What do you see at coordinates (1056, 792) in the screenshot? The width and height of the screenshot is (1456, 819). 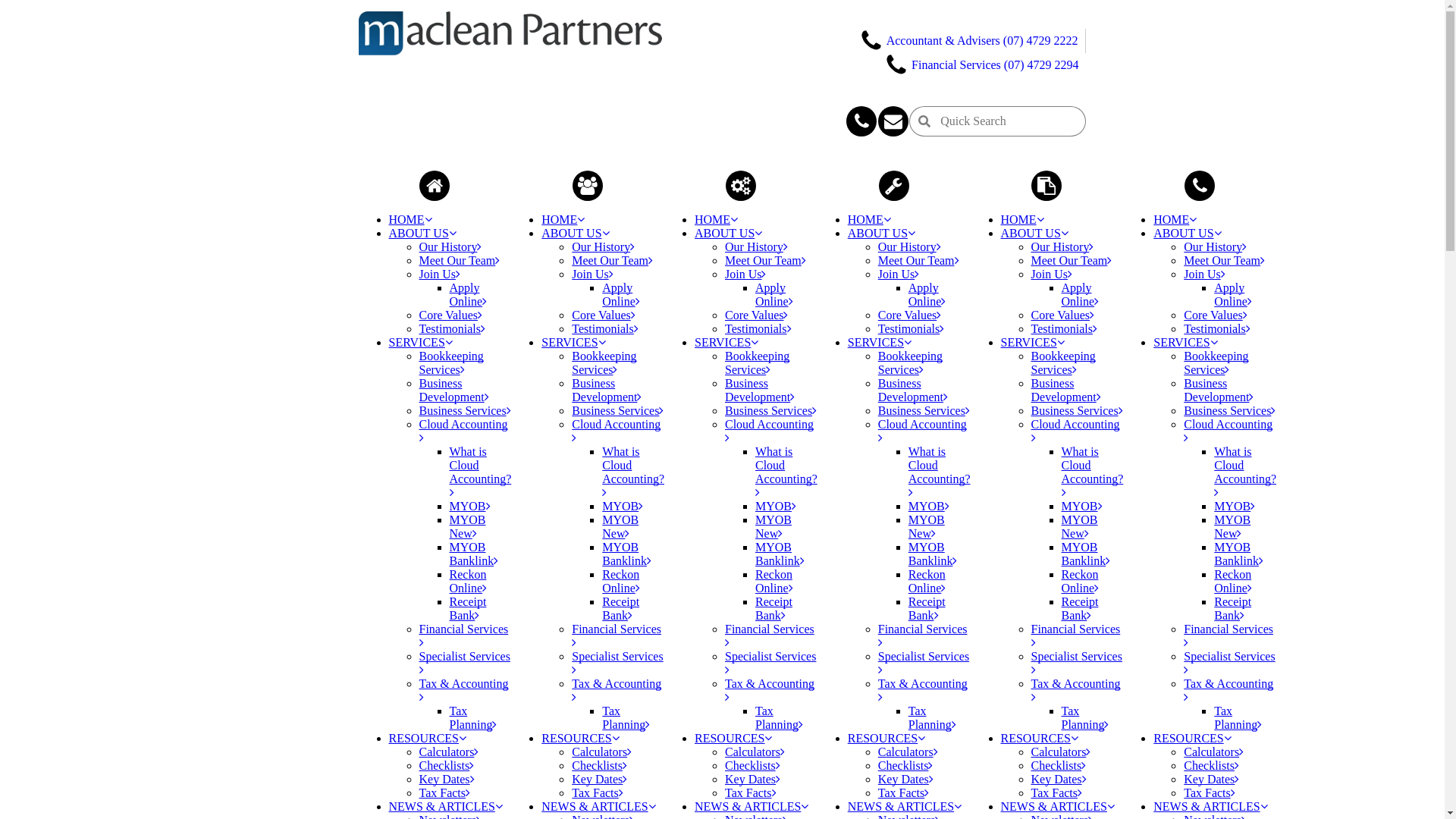 I see `'Tax Facts'` at bounding box center [1056, 792].